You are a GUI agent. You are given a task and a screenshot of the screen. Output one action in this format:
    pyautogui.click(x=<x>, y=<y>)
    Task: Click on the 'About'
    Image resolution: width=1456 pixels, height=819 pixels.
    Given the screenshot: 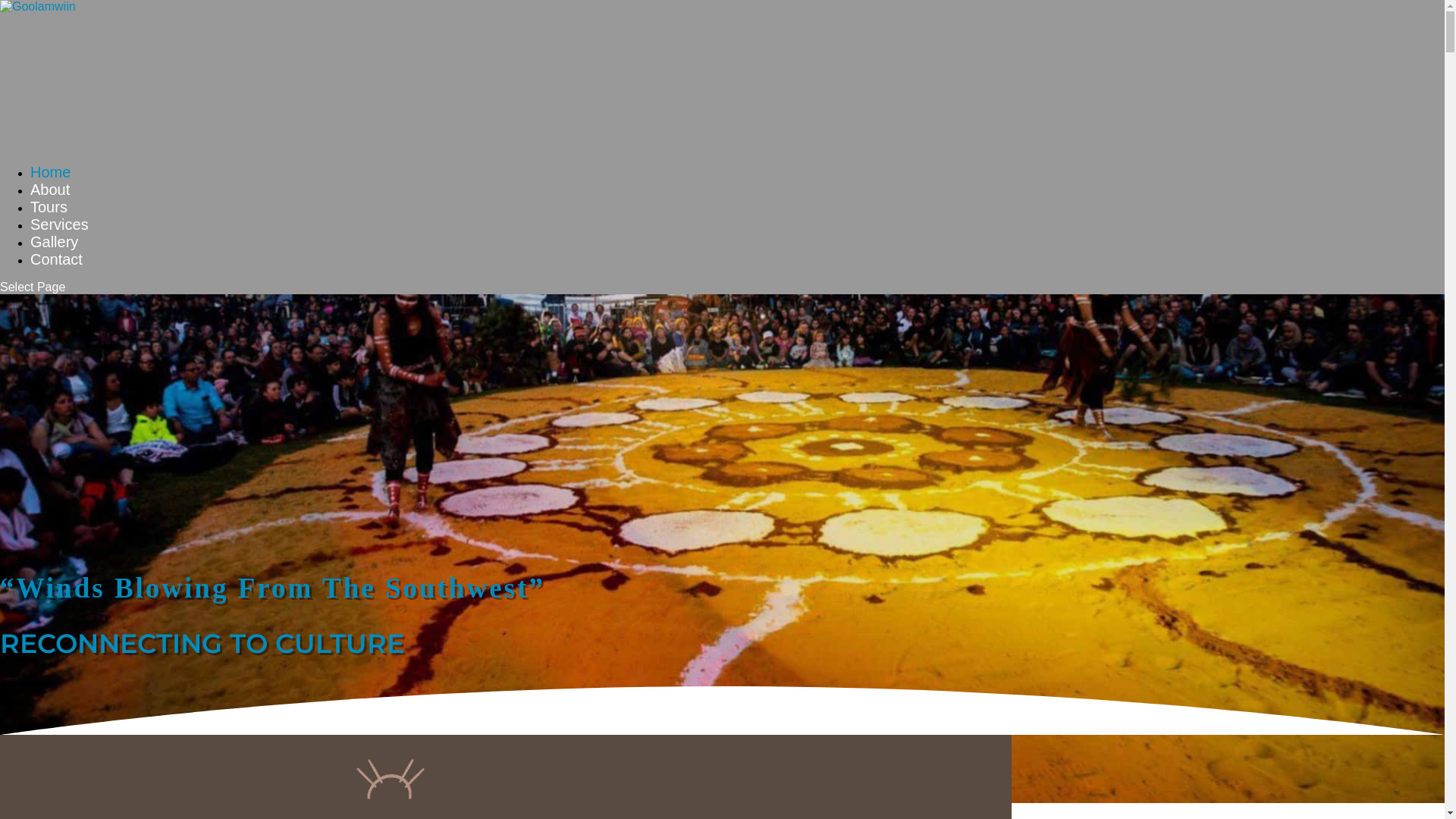 What is the action you would take?
    pyautogui.click(x=30, y=202)
    